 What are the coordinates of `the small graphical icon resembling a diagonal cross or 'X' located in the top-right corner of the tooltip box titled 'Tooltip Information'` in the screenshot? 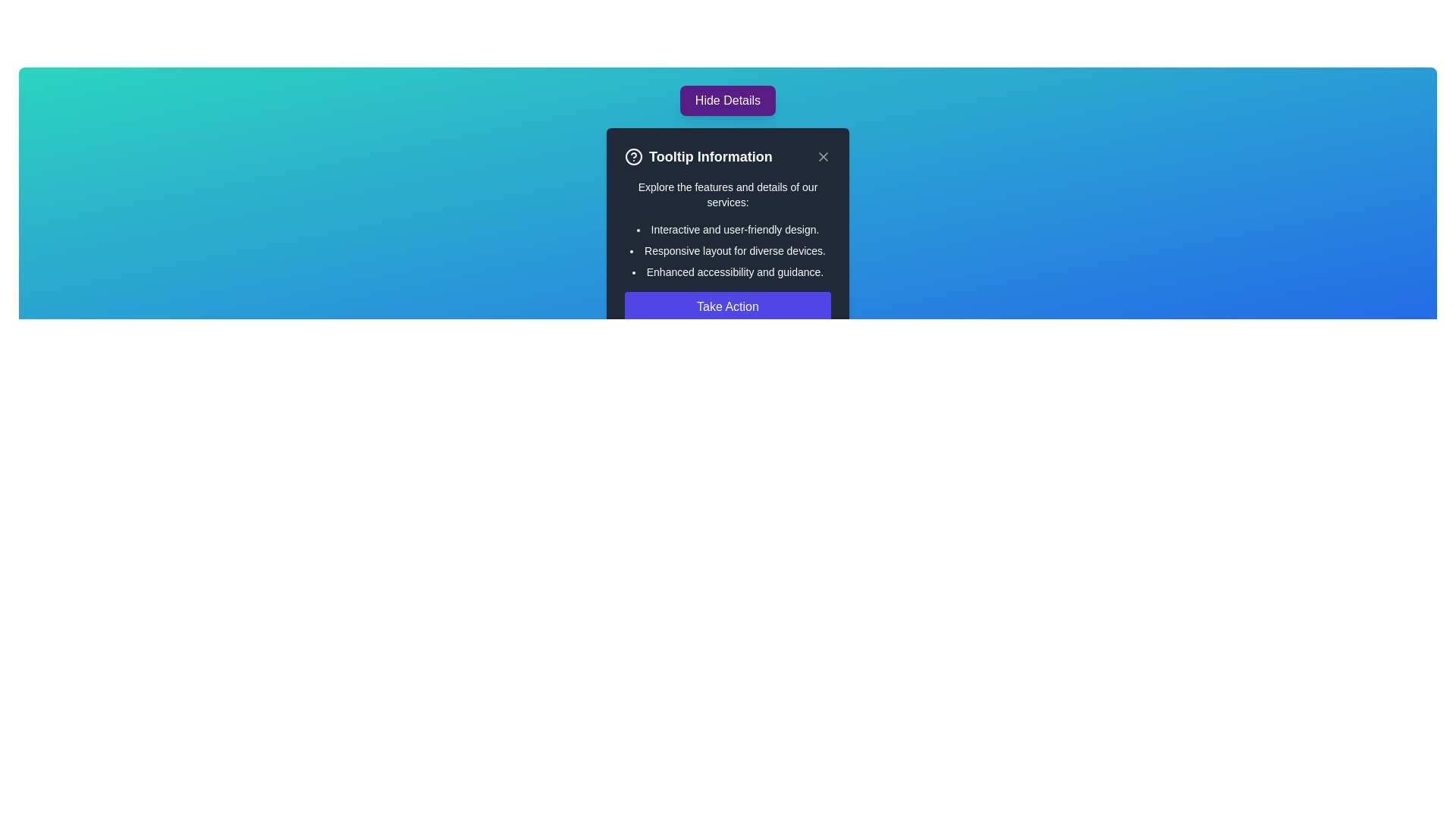 It's located at (822, 157).